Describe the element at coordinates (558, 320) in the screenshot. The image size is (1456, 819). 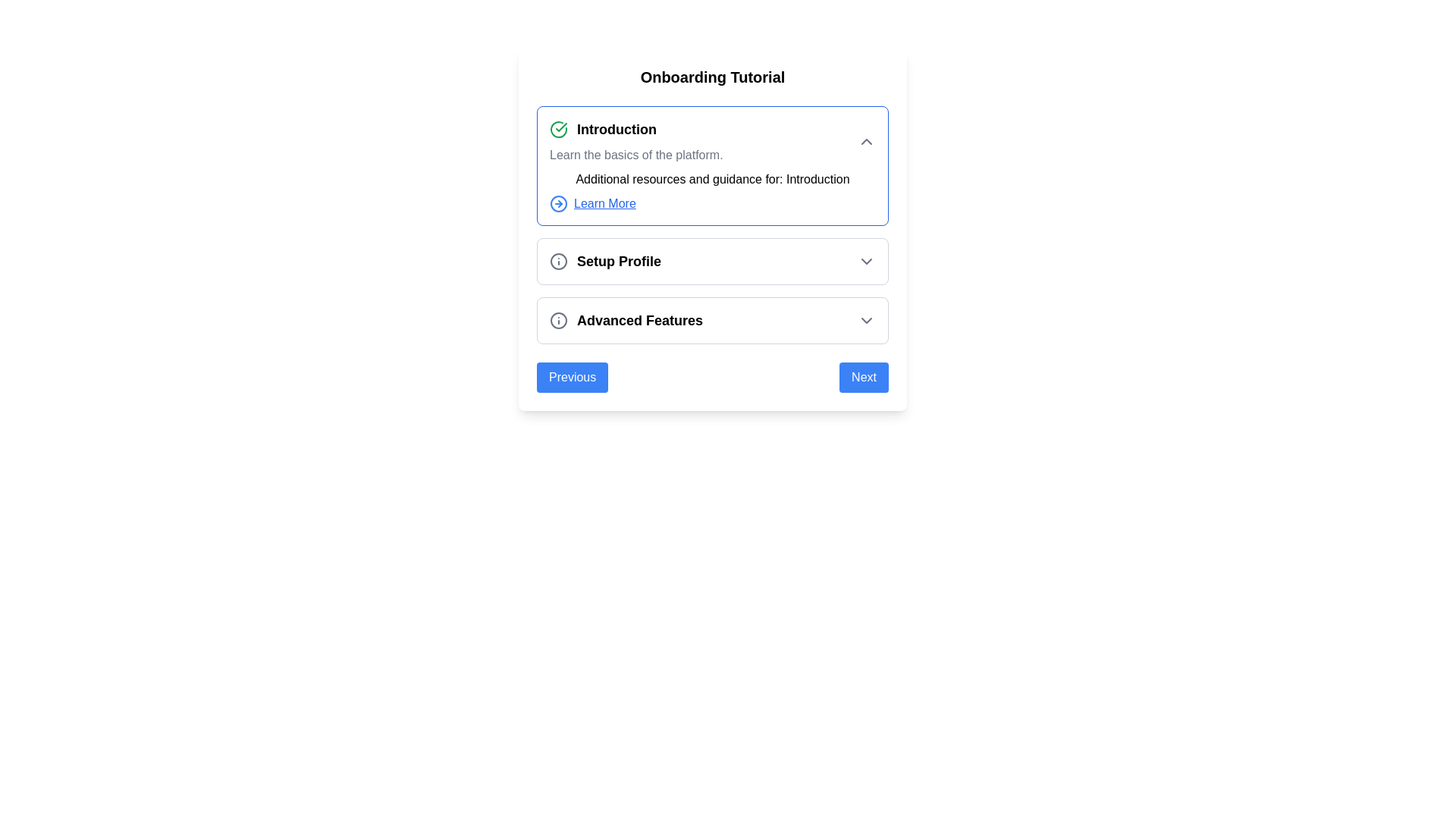
I see `the outlined circular information icon with an 'i' symbol located to the left of the 'Advanced Features' label in the third section of the onboarding tutorial` at that location.